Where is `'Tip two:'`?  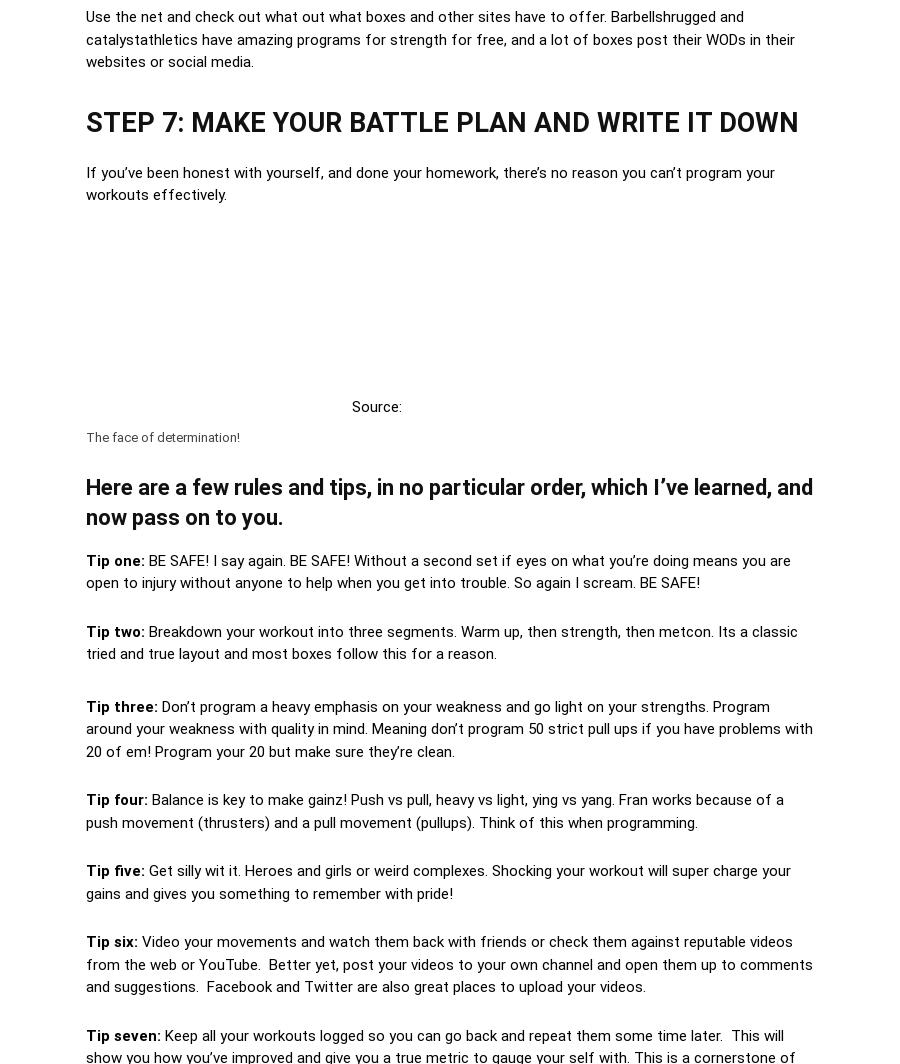
'Tip two:' is located at coordinates (115, 630).